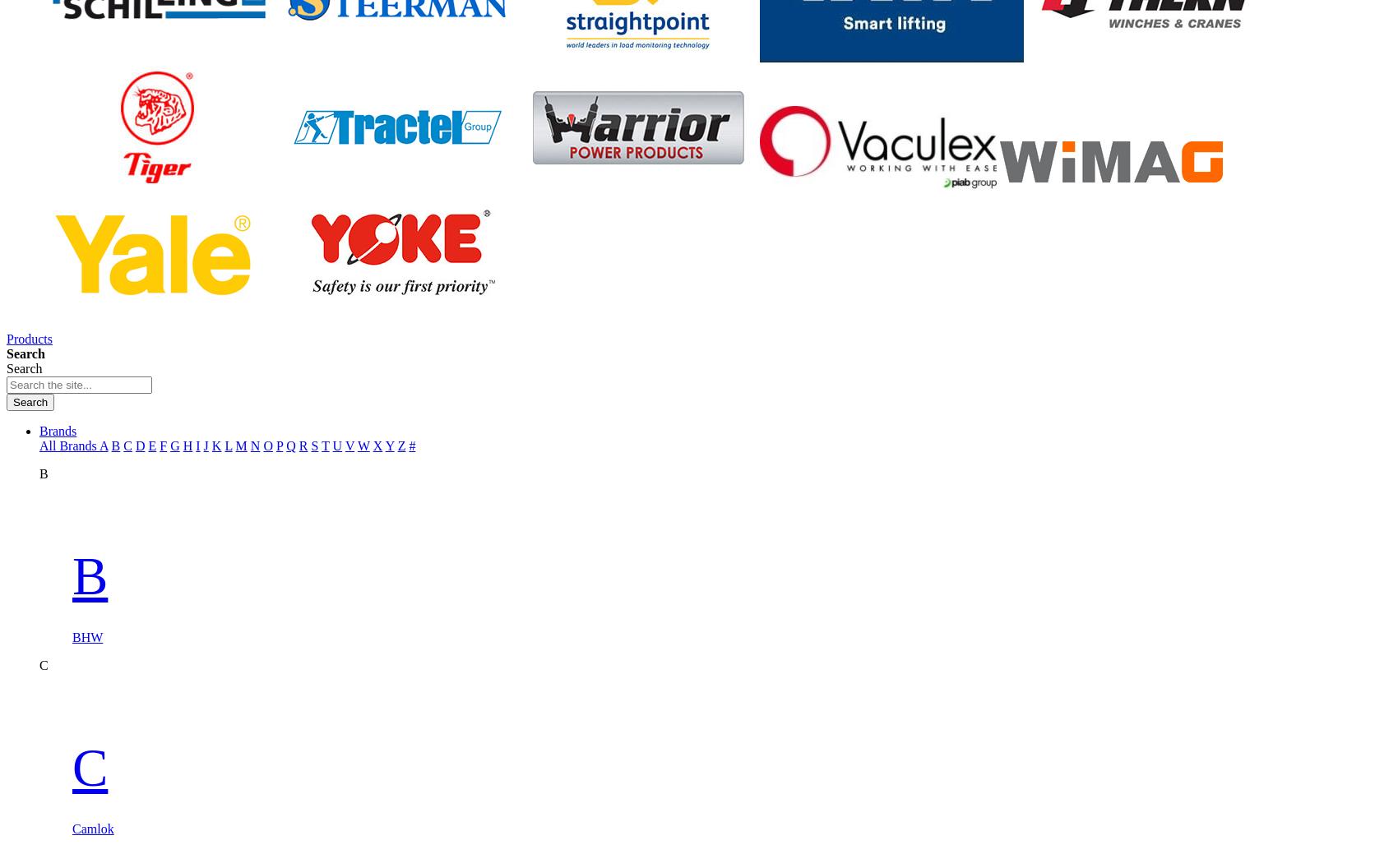 Image resolution: width=1398 pixels, height=868 pixels. Describe the element at coordinates (228, 445) in the screenshot. I see `'L'` at that location.